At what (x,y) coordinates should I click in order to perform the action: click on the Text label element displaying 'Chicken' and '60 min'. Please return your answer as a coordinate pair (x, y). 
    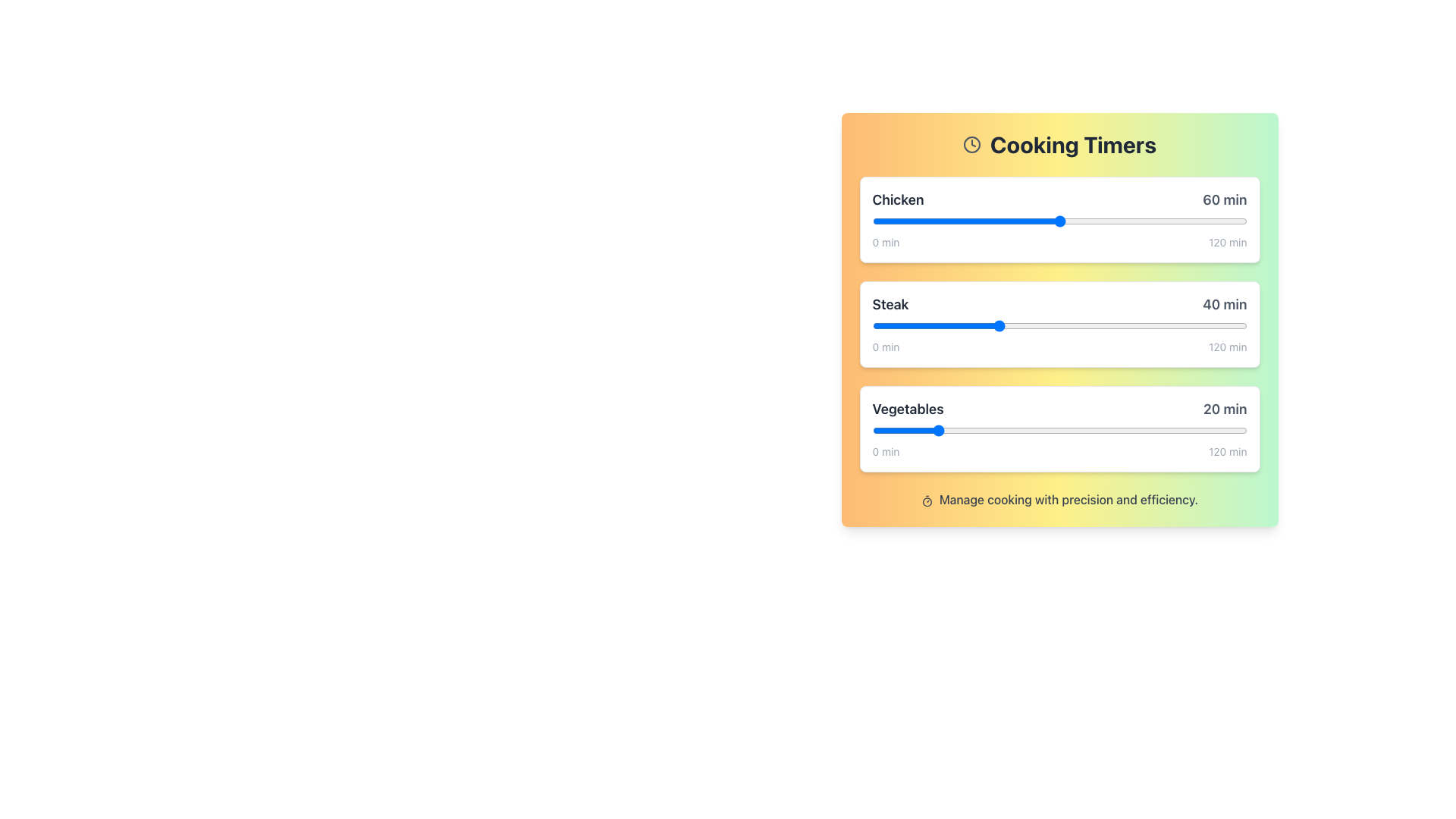
    Looking at the image, I should click on (1059, 199).